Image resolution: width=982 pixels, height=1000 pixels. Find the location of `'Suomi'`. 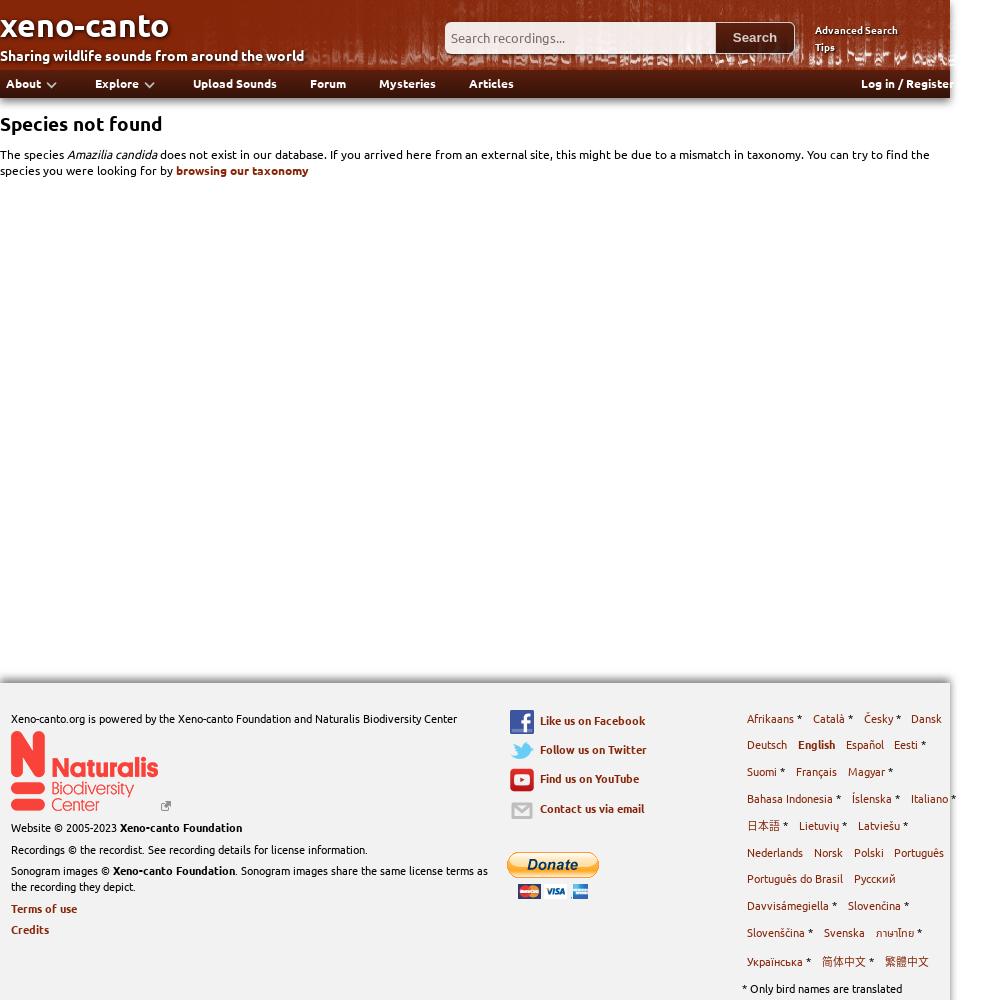

'Suomi' is located at coordinates (762, 771).